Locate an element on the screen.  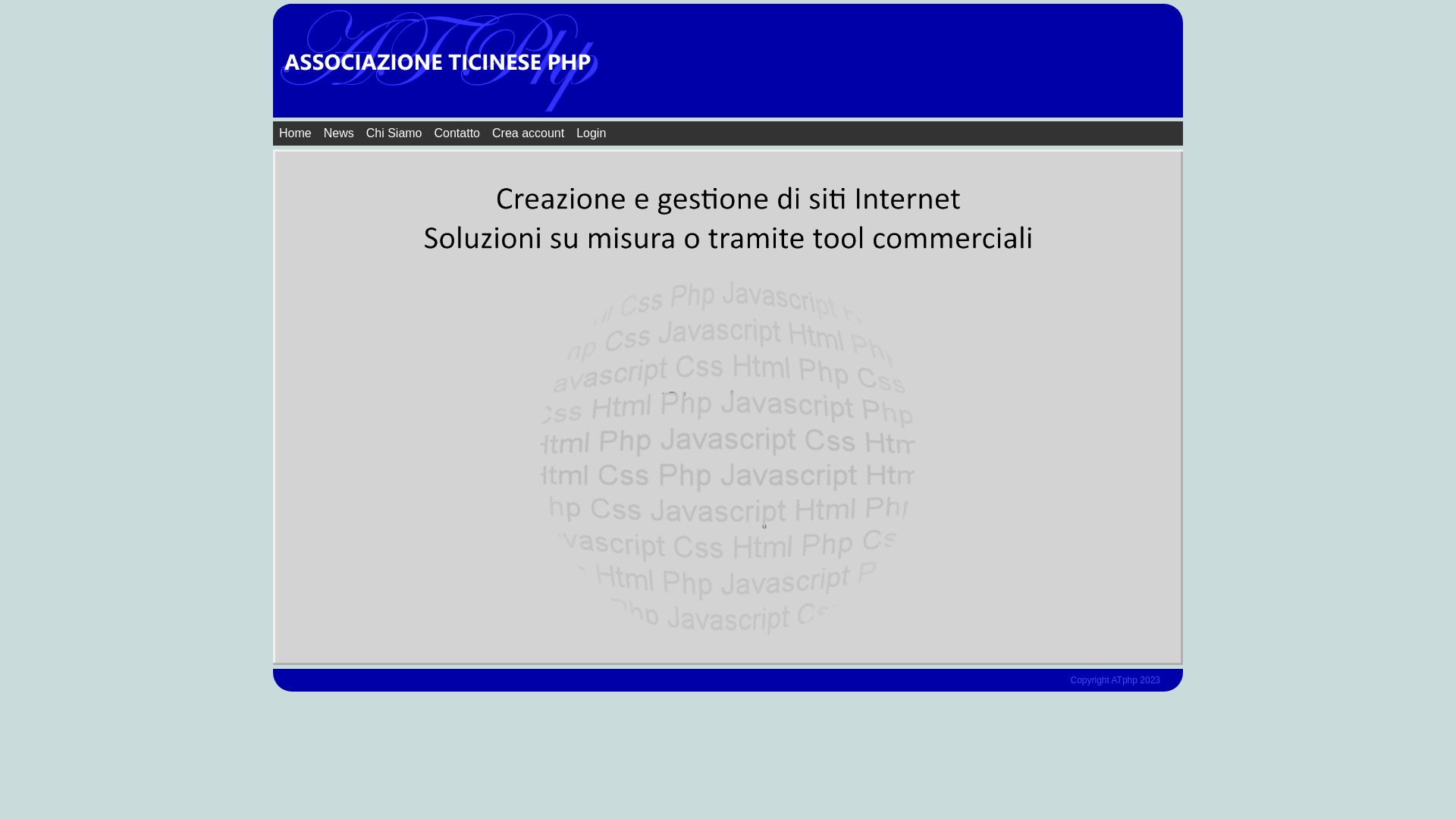
'Login' is located at coordinates (590, 133).